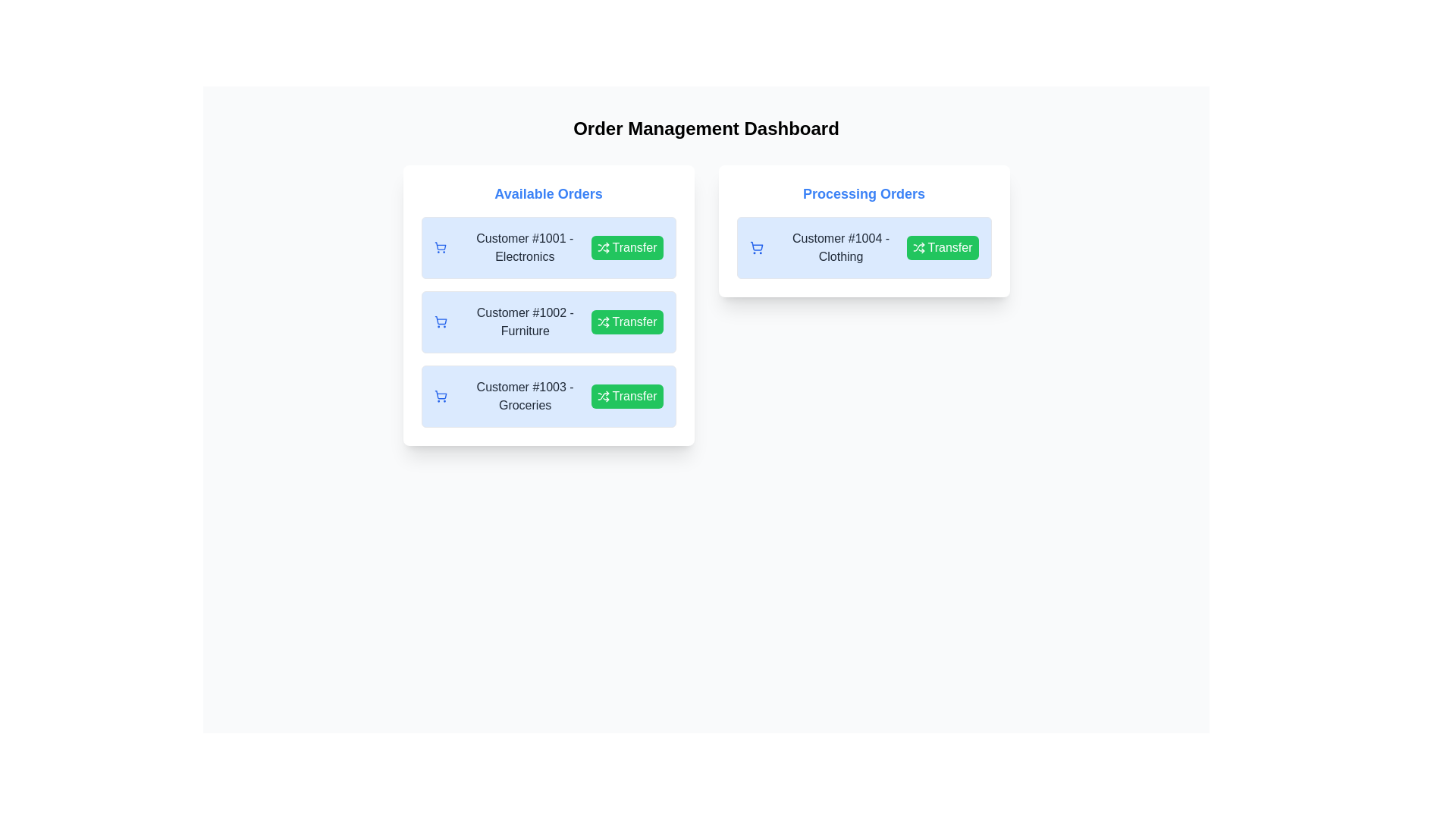  Describe the element at coordinates (839, 247) in the screenshot. I see `the text element displaying the customer ID and category 'Clothing' in the 'Processing Orders' section to possibly reveal more information` at that location.